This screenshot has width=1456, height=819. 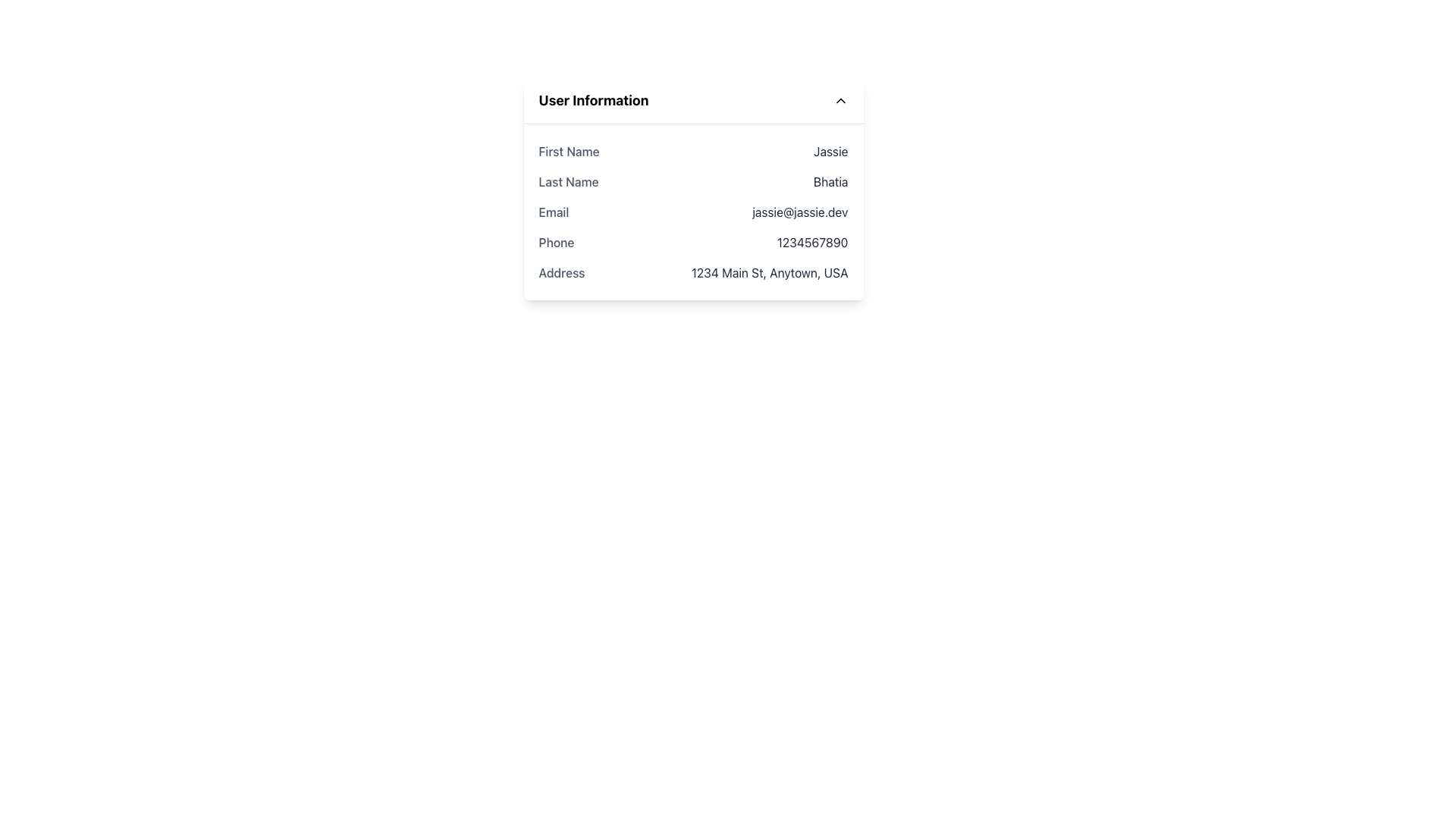 What do you see at coordinates (811, 242) in the screenshot?
I see `numerical text '1234567890' displayed in dark gray color in the second column of the user information card, aligned with the 'Phone' label` at bounding box center [811, 242].